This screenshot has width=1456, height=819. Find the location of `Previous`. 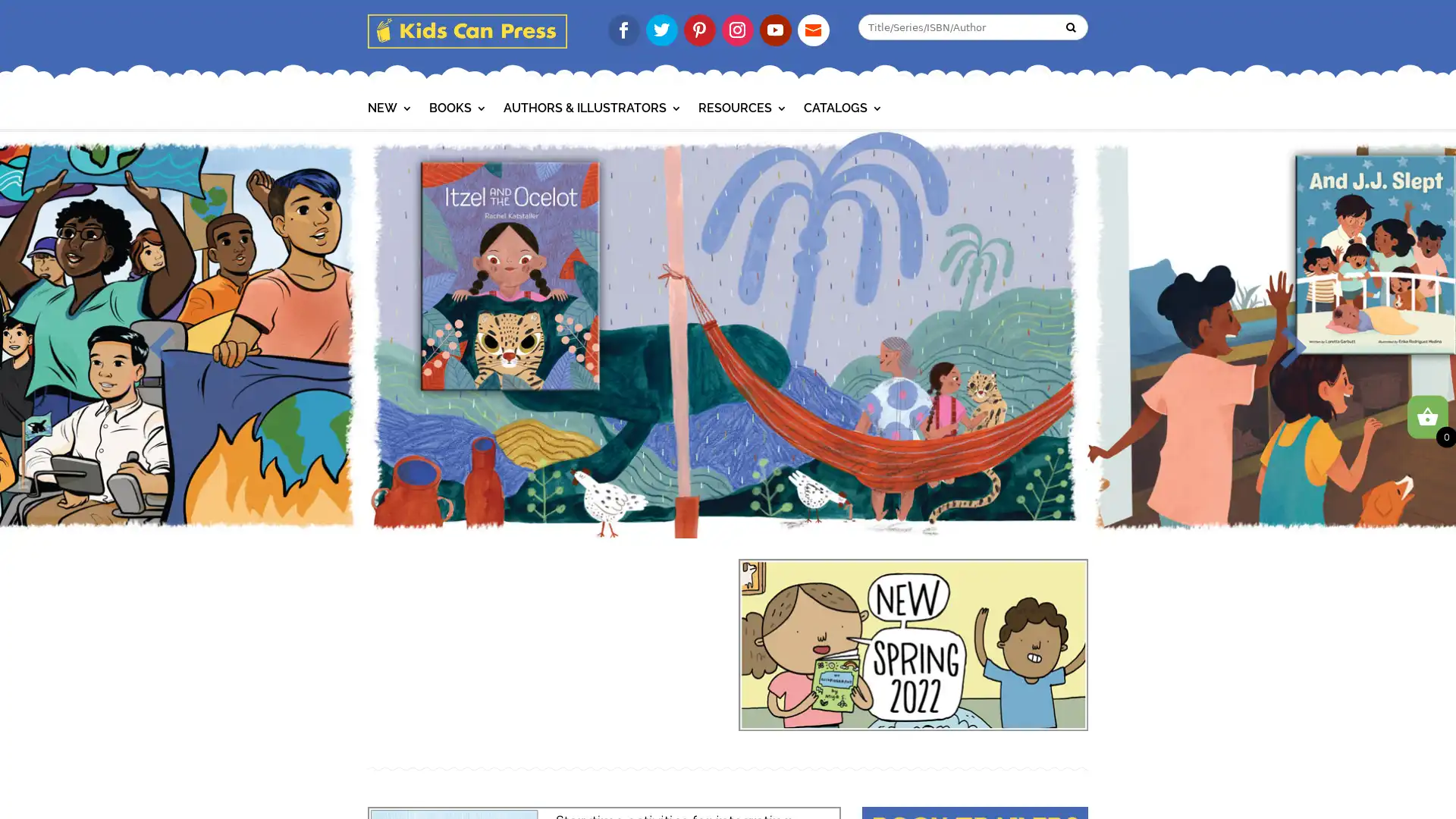

Previous is located at coordinates (156, 336).